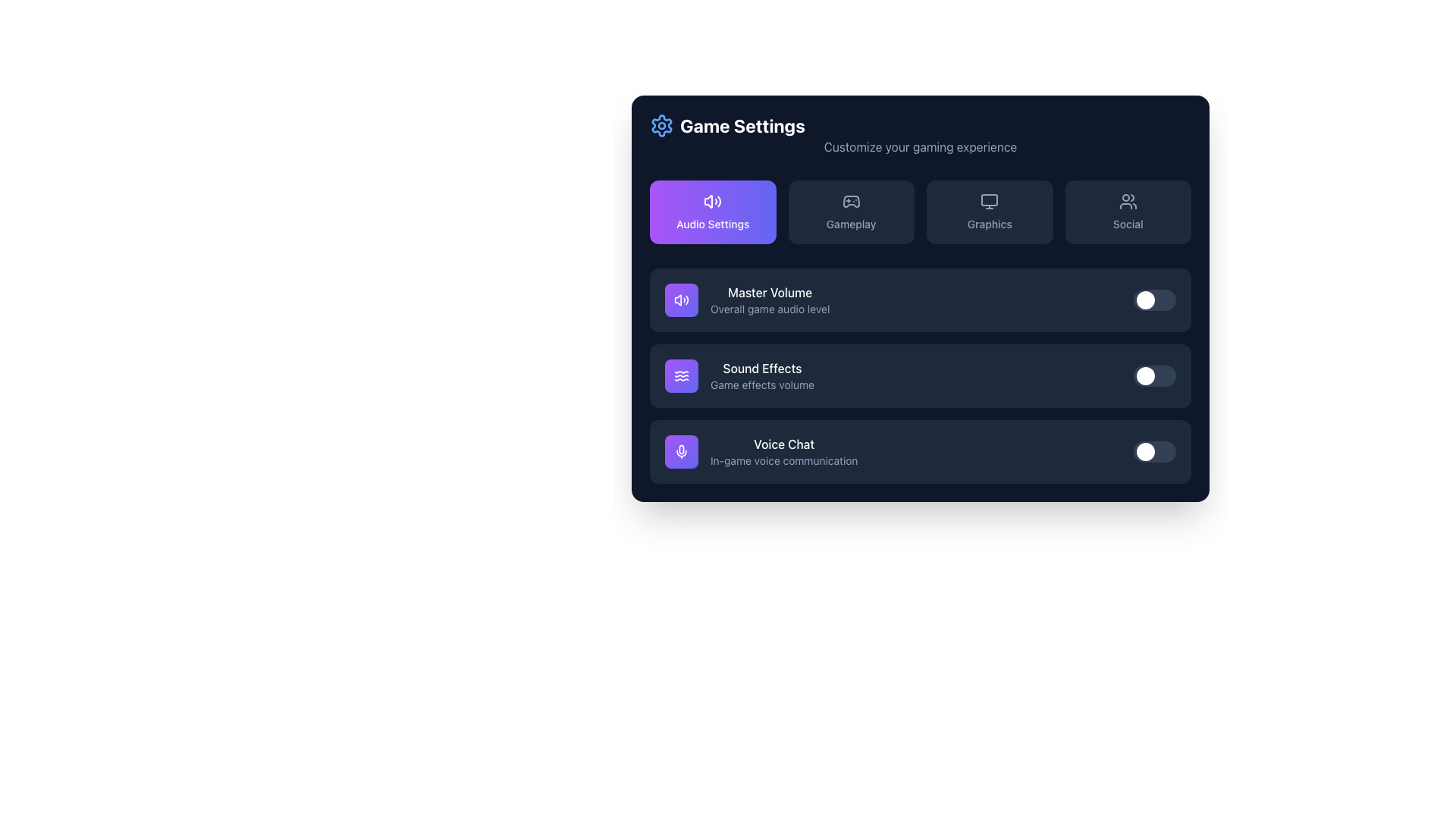  Describe the element at coordinates (680, 300) in the screenshot. I see `the purple rectangular Icon button with a speaker icon for interaction, located below 'Audio Settings' and to the left of 'Master Volume'` at that location.